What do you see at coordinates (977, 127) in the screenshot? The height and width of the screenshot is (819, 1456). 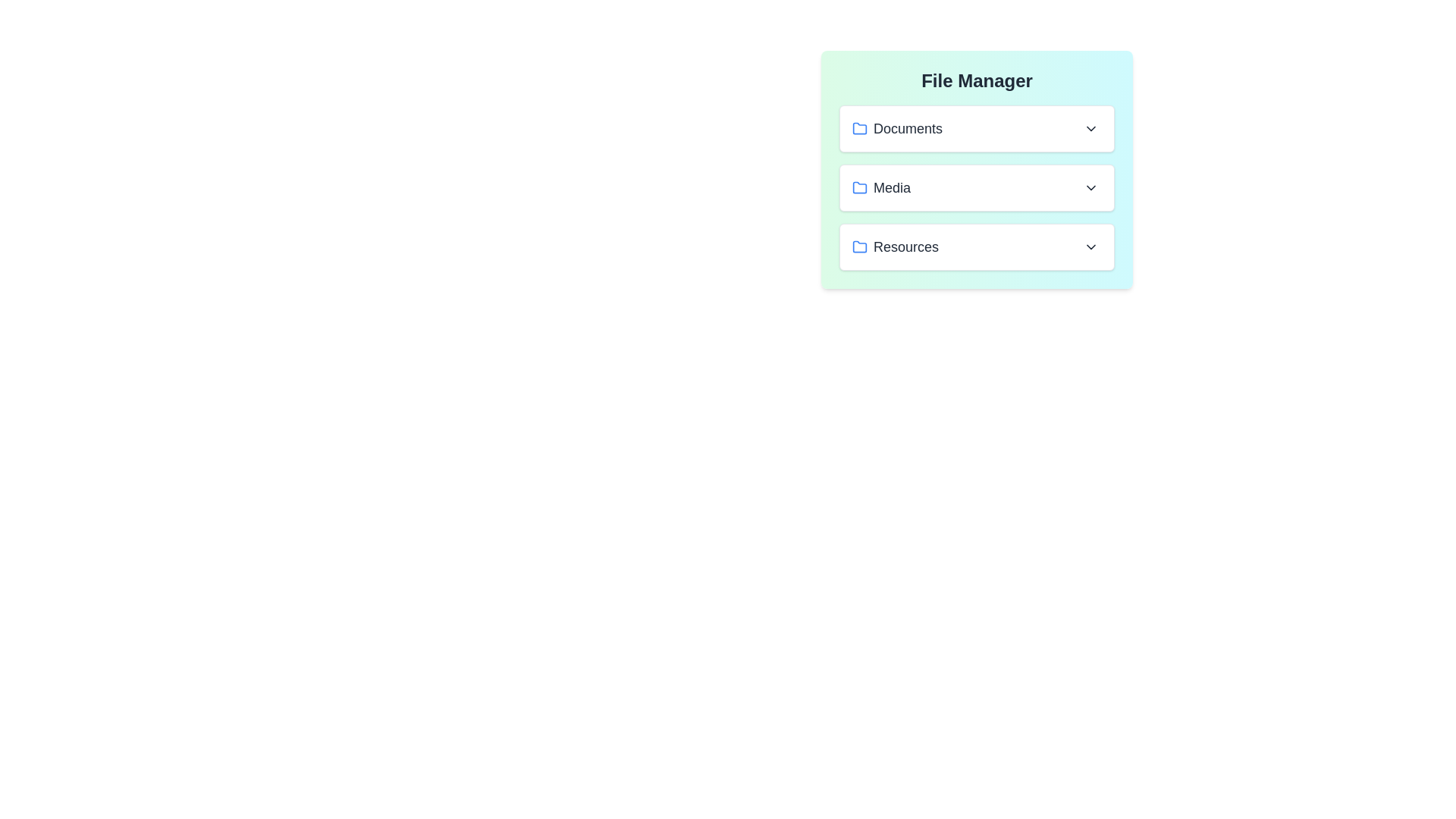 I see `the file ProjectPlan.docx from the folder Documents` at bounding box center [977, 127].